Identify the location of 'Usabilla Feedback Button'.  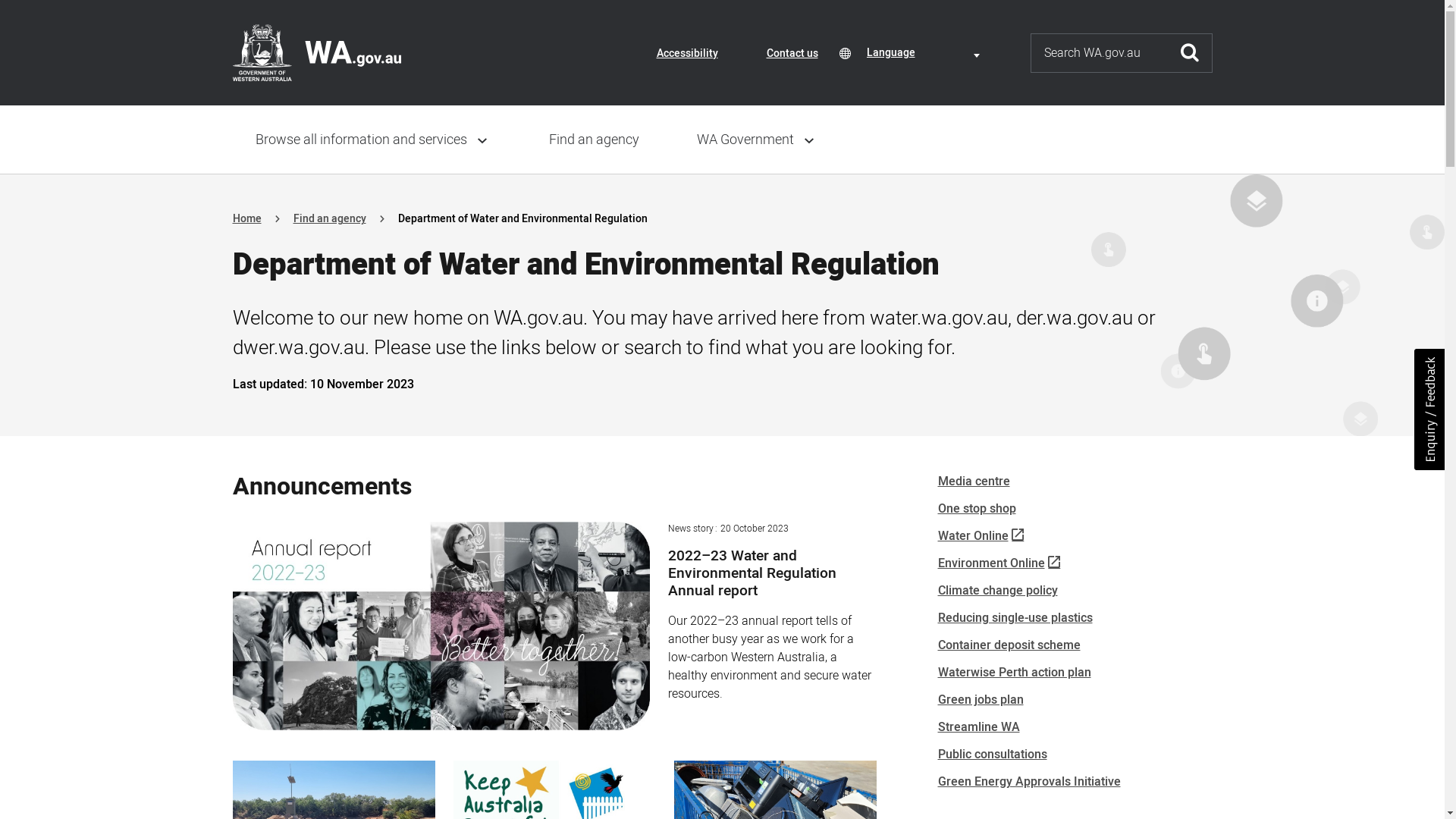
(1429, 409).